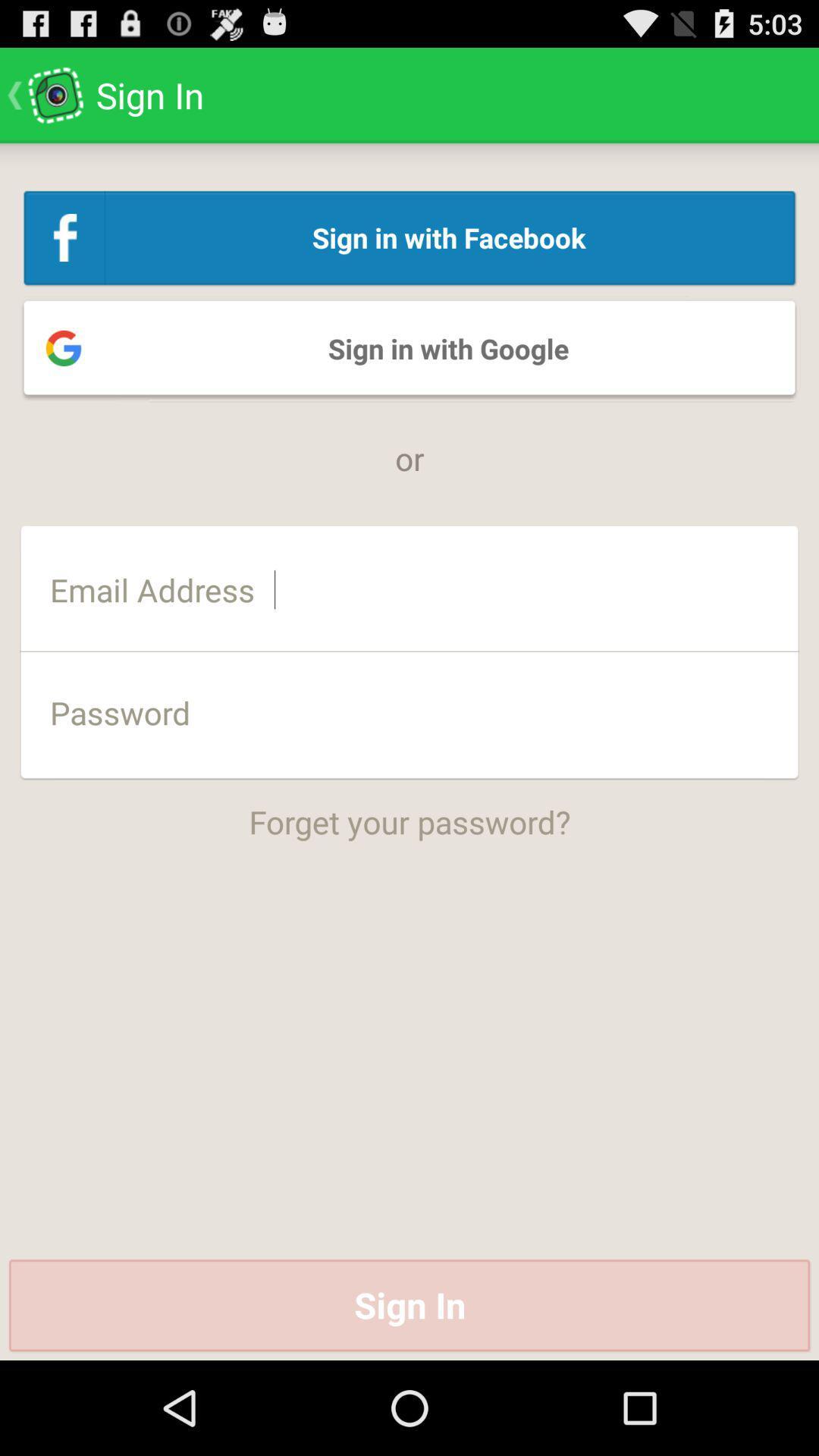 The width and height of the screenshot is (819, 1456). What do you see at coordinates (409, 811) in the screenshot?
I see `forget your password? app` at bounding box center [409, 811].